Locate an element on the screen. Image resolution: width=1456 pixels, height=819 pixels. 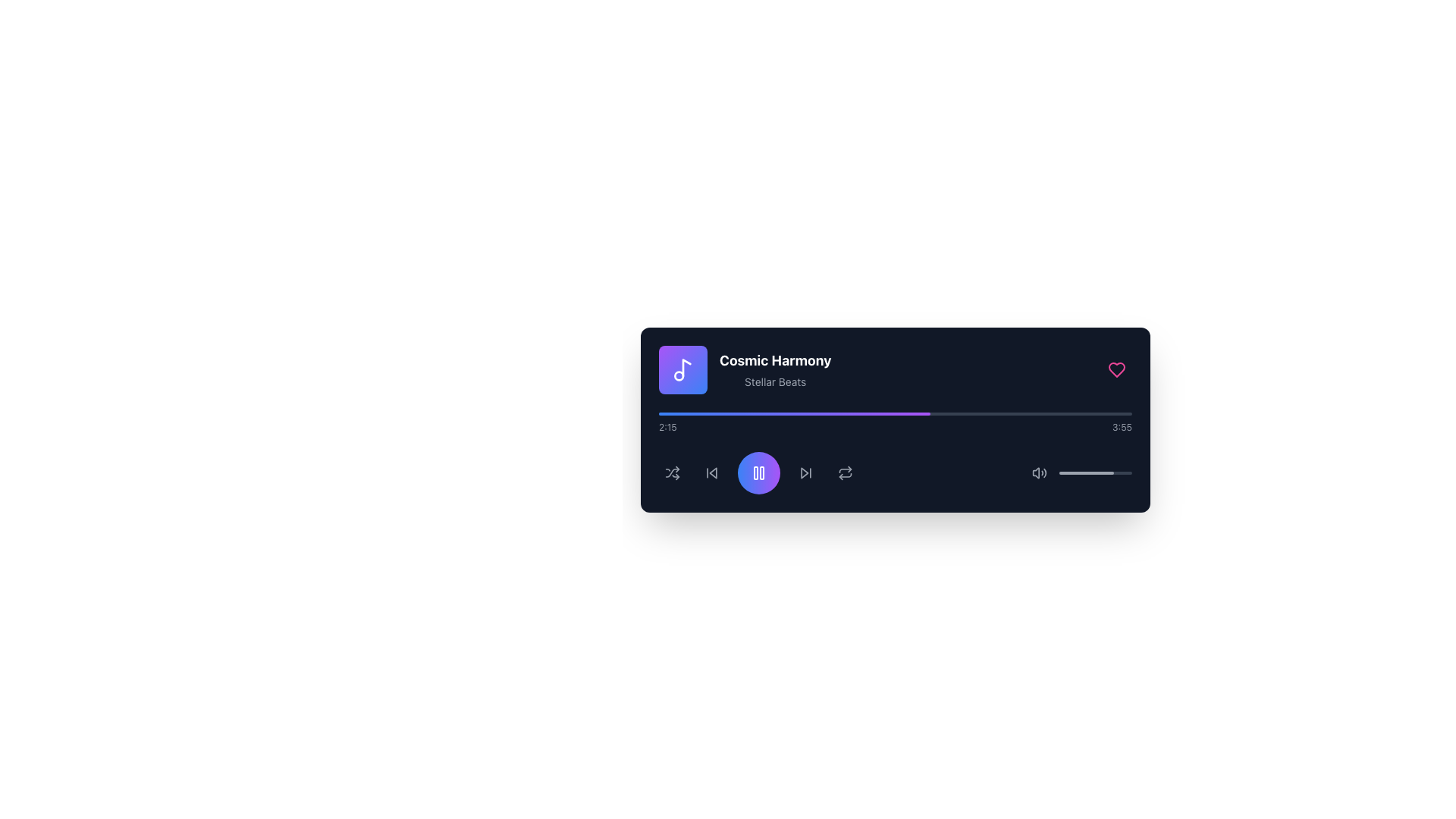
the current playback position is located at coordinates (1013, 414).